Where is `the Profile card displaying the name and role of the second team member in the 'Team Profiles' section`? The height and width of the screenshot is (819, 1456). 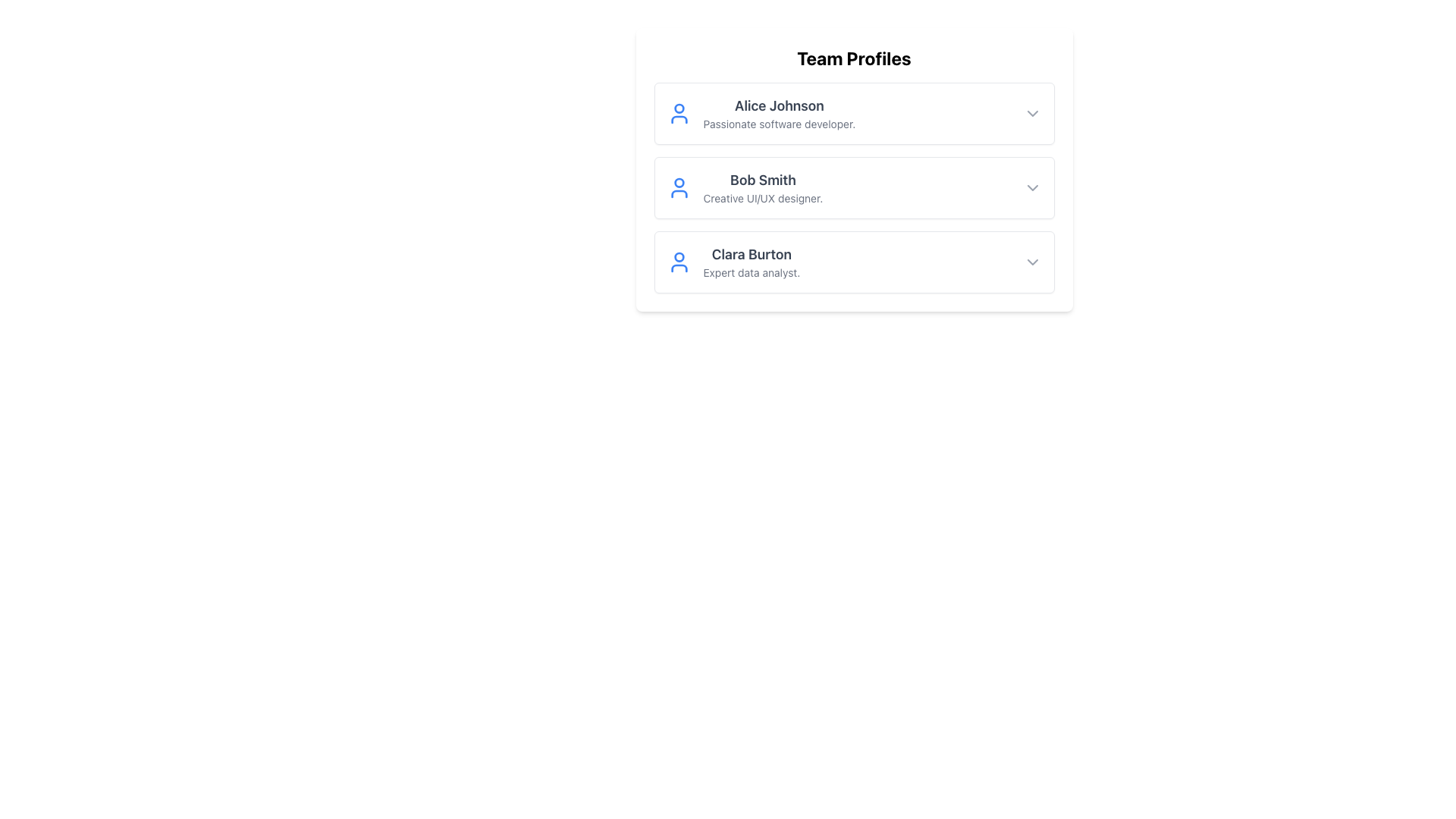 the Profile card displaying the name and role of the second team member in the 'Team Profiles' section is located at coordinates (854, 187).